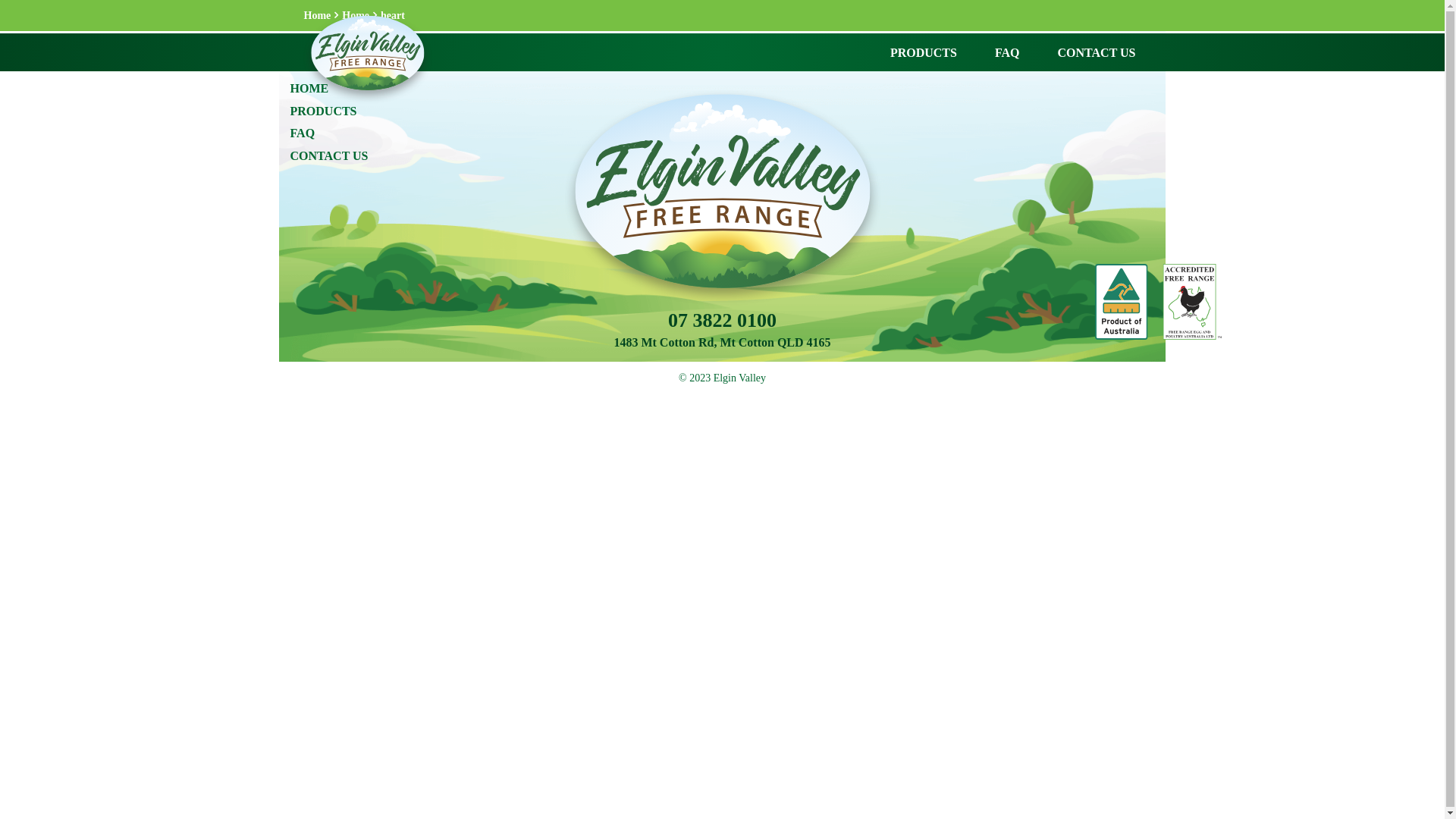 Image resolution: width=1456 pixels, height=819 pixels. Describe the element at coordinates (328, 155) in the screenshot. I see `'CONTACT US'` at that location.